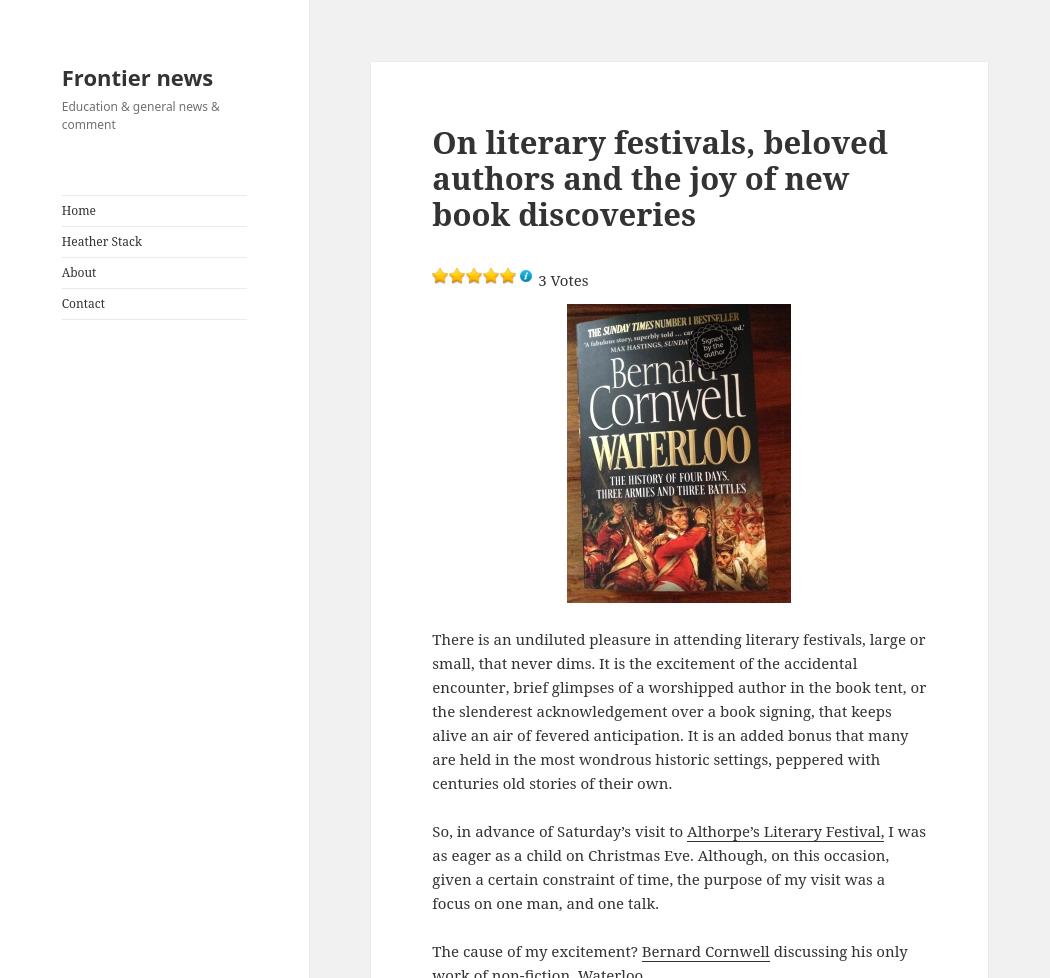 This screenshot has width=1050, height=978. What do you see at coordinates (536, 949) in the screenshot?
I see `'The cause of my excitement?'` at bounding box center [536, 949].